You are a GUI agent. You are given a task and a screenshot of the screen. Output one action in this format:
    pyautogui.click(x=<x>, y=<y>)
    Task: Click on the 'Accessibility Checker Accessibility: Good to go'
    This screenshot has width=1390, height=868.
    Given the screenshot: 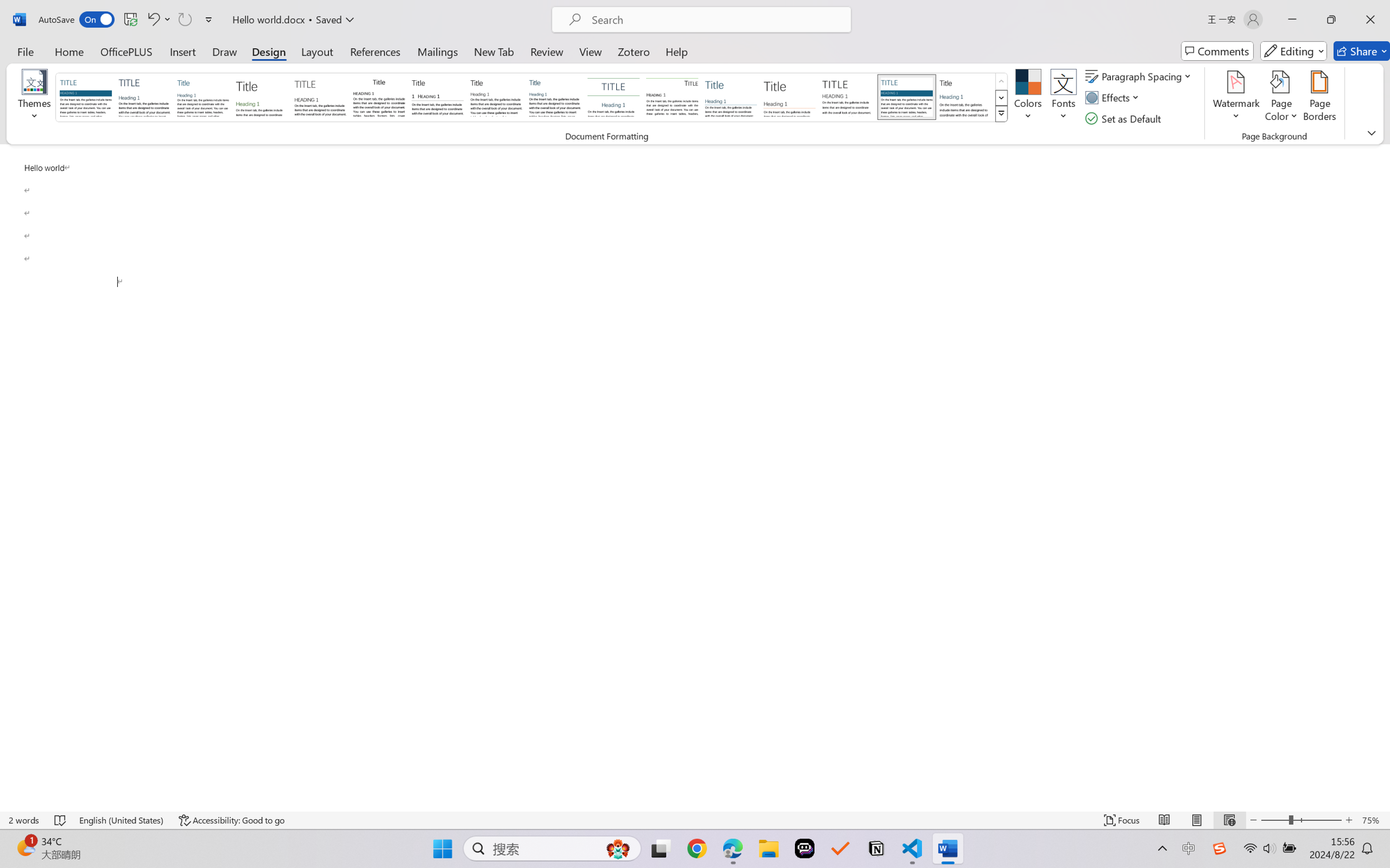 What is the action you would take?
    pyautogui.click(x=231, y=820)
    